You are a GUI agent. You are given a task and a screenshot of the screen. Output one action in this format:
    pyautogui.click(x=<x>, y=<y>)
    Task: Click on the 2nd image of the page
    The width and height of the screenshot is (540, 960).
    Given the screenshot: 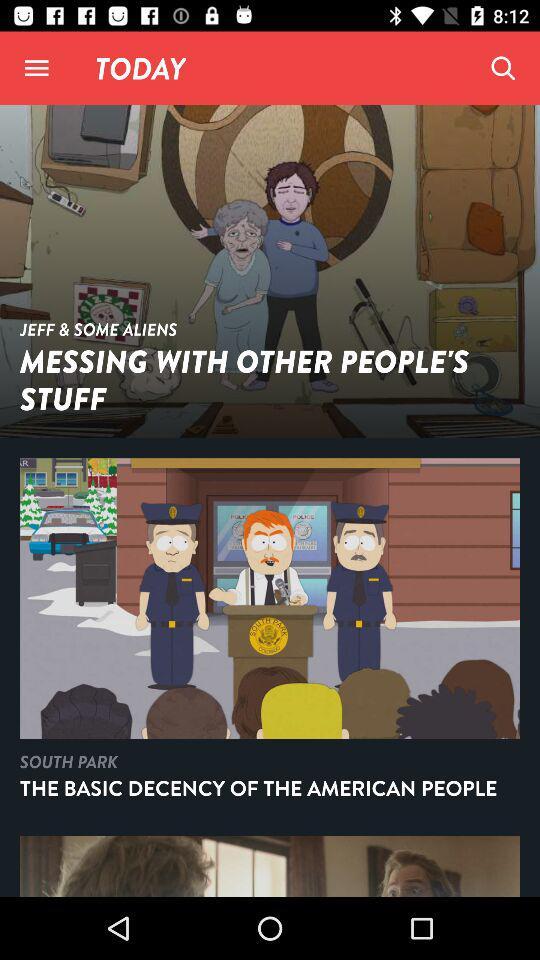 What is the action you would take?
    pyautogui.click(x=270, y=635)
    